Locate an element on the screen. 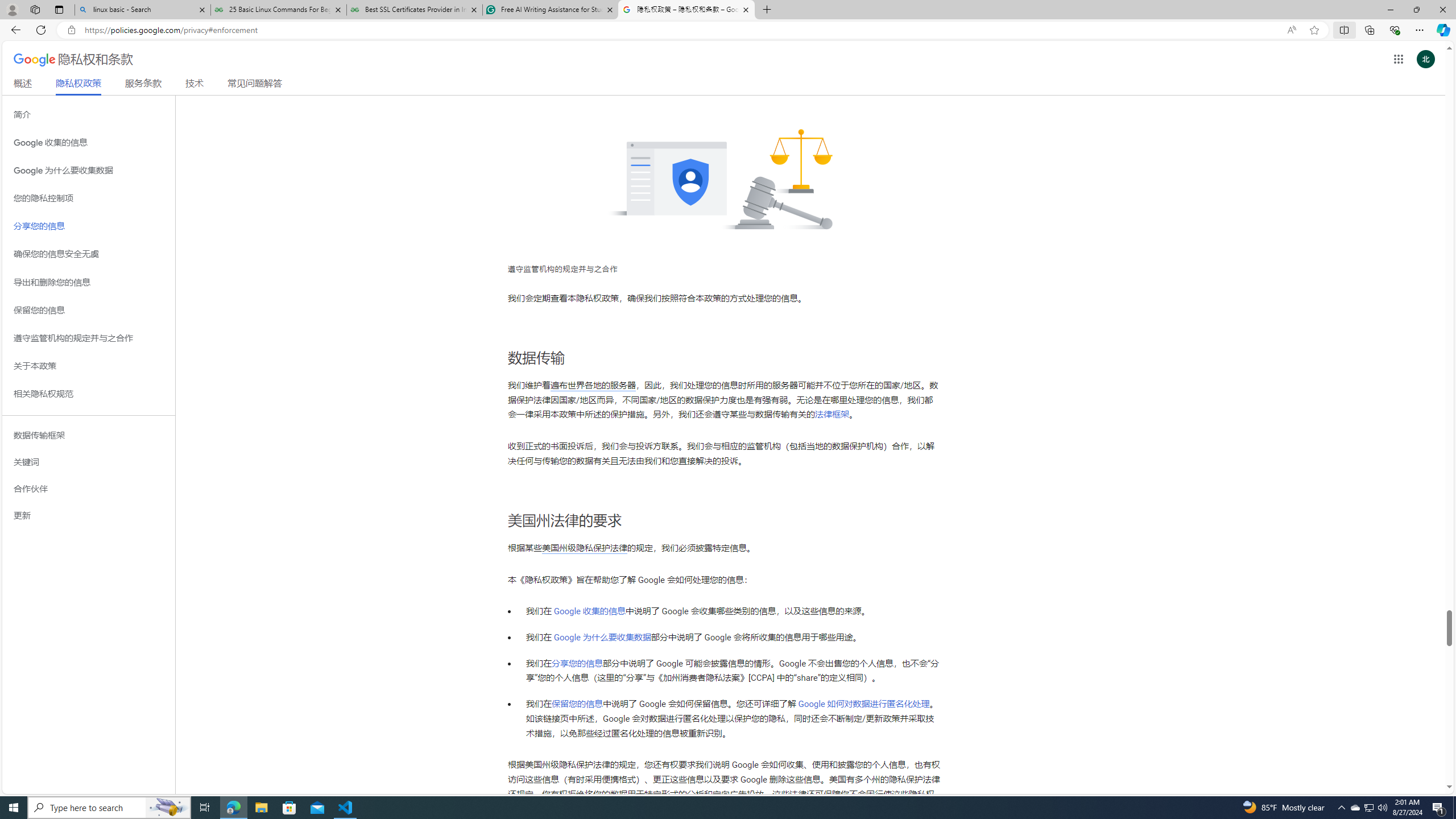 The image size is (1456, 819). 'Best SSL Certificates Provider in India - GeeksforGeeks' is located at coordinates (415, 9).